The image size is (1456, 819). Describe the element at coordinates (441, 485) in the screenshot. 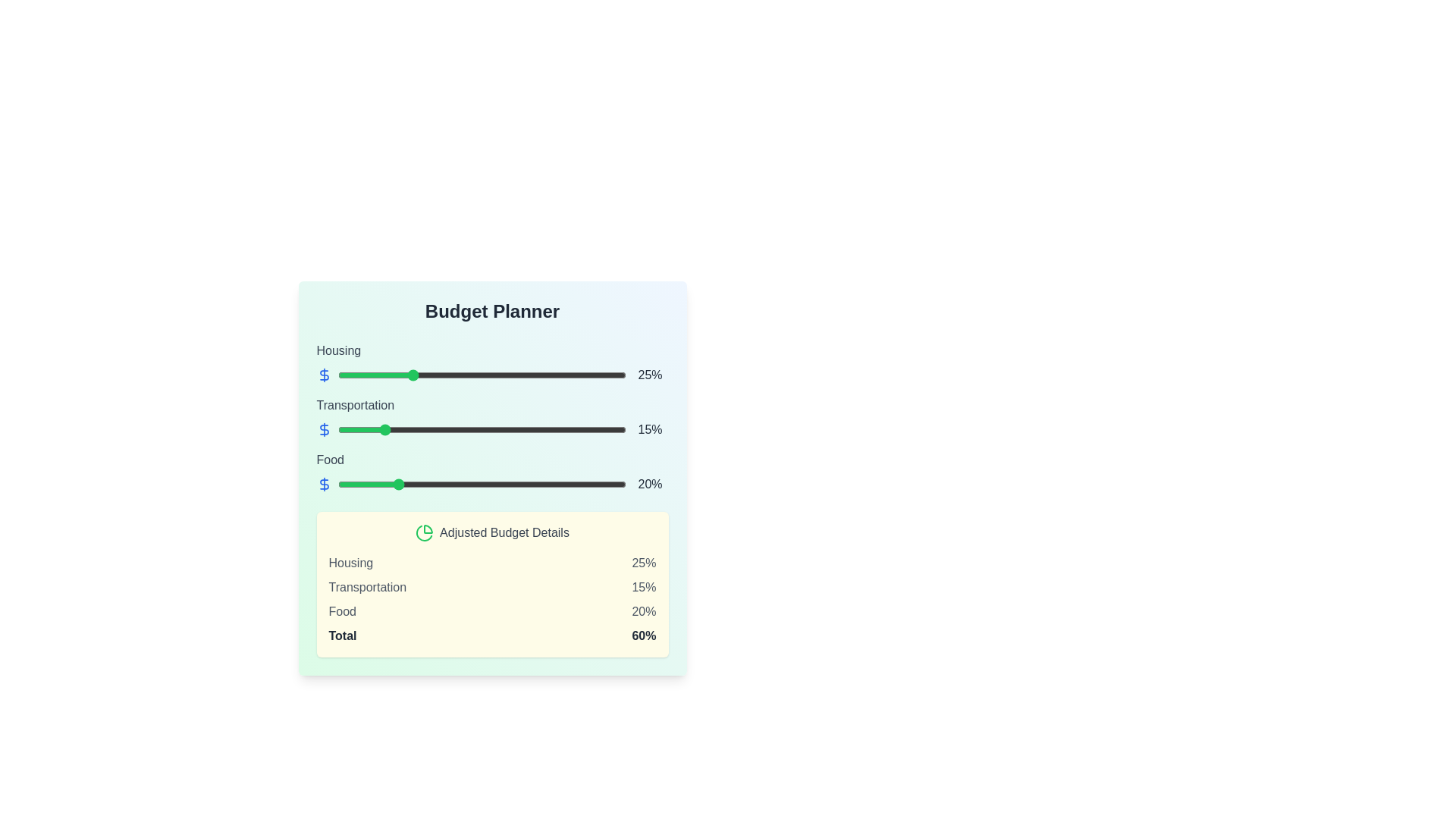

I see `the food budget slider` at that location.